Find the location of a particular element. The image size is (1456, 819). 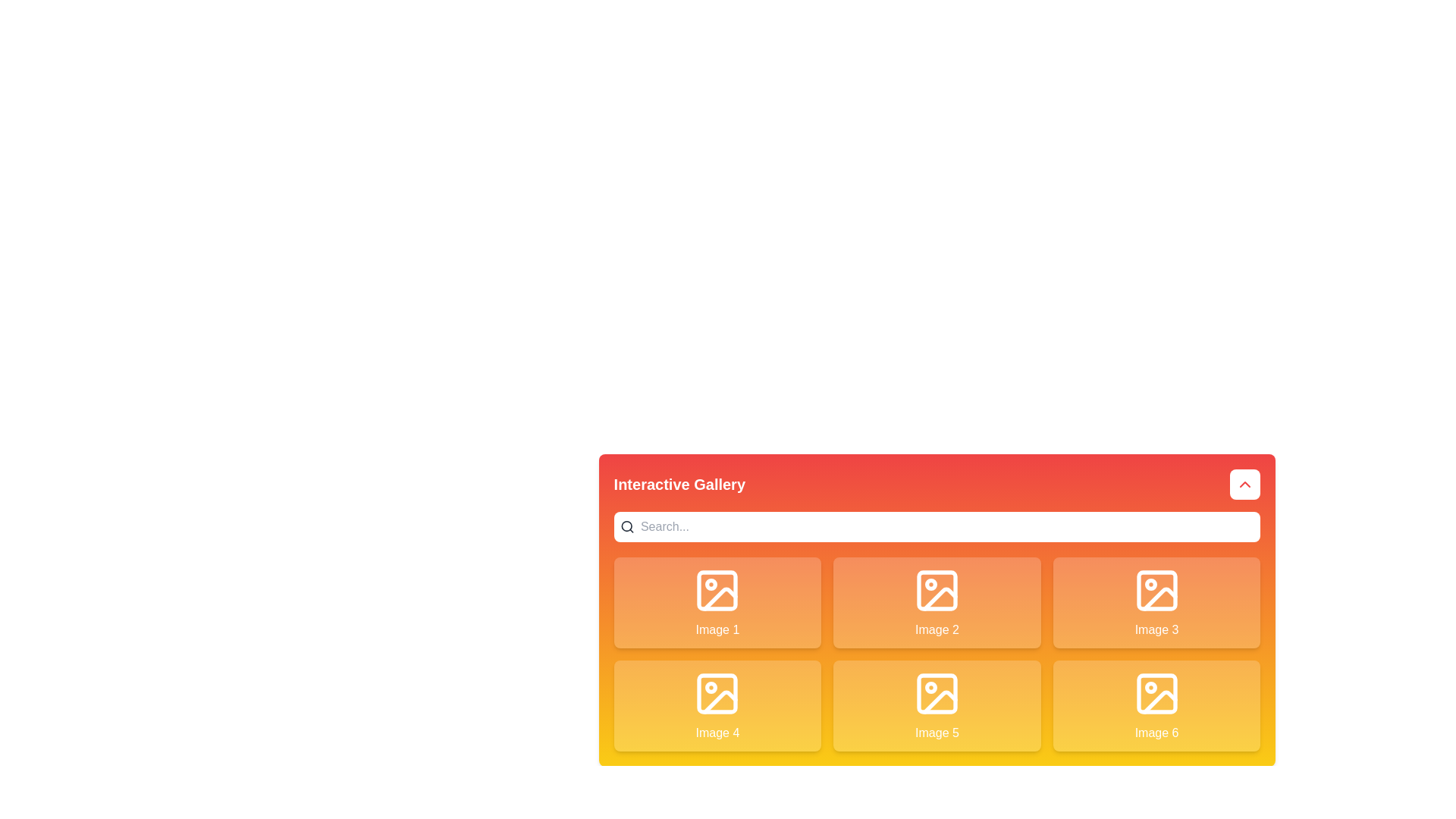

the non-interactive SVG circle element that serves a decorative purpose within the 'Image 2' card, located in the second position of the top row in the grid layout is located at coordinates (930, 584).